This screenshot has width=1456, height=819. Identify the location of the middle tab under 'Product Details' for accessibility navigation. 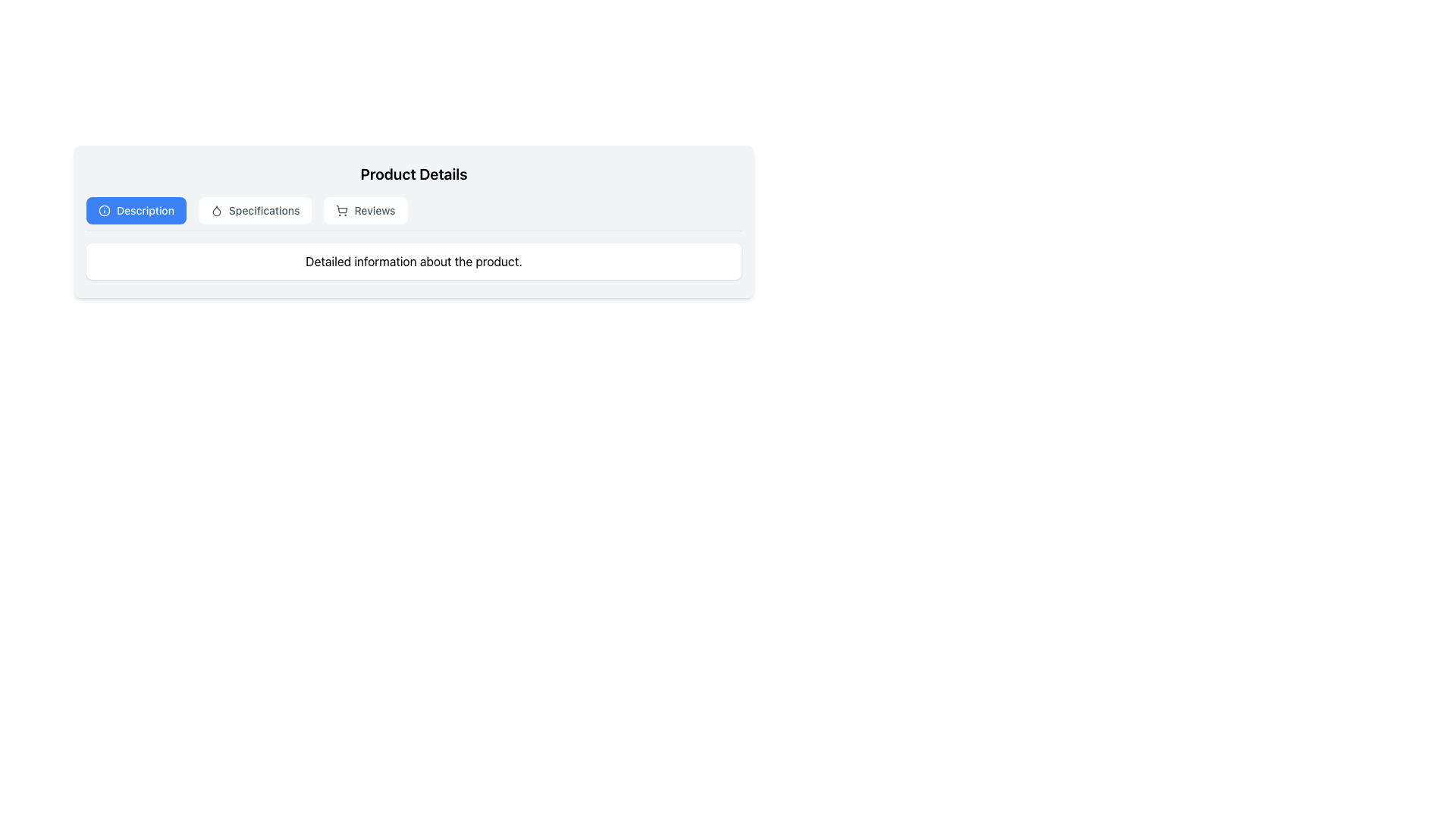
(255, 210).